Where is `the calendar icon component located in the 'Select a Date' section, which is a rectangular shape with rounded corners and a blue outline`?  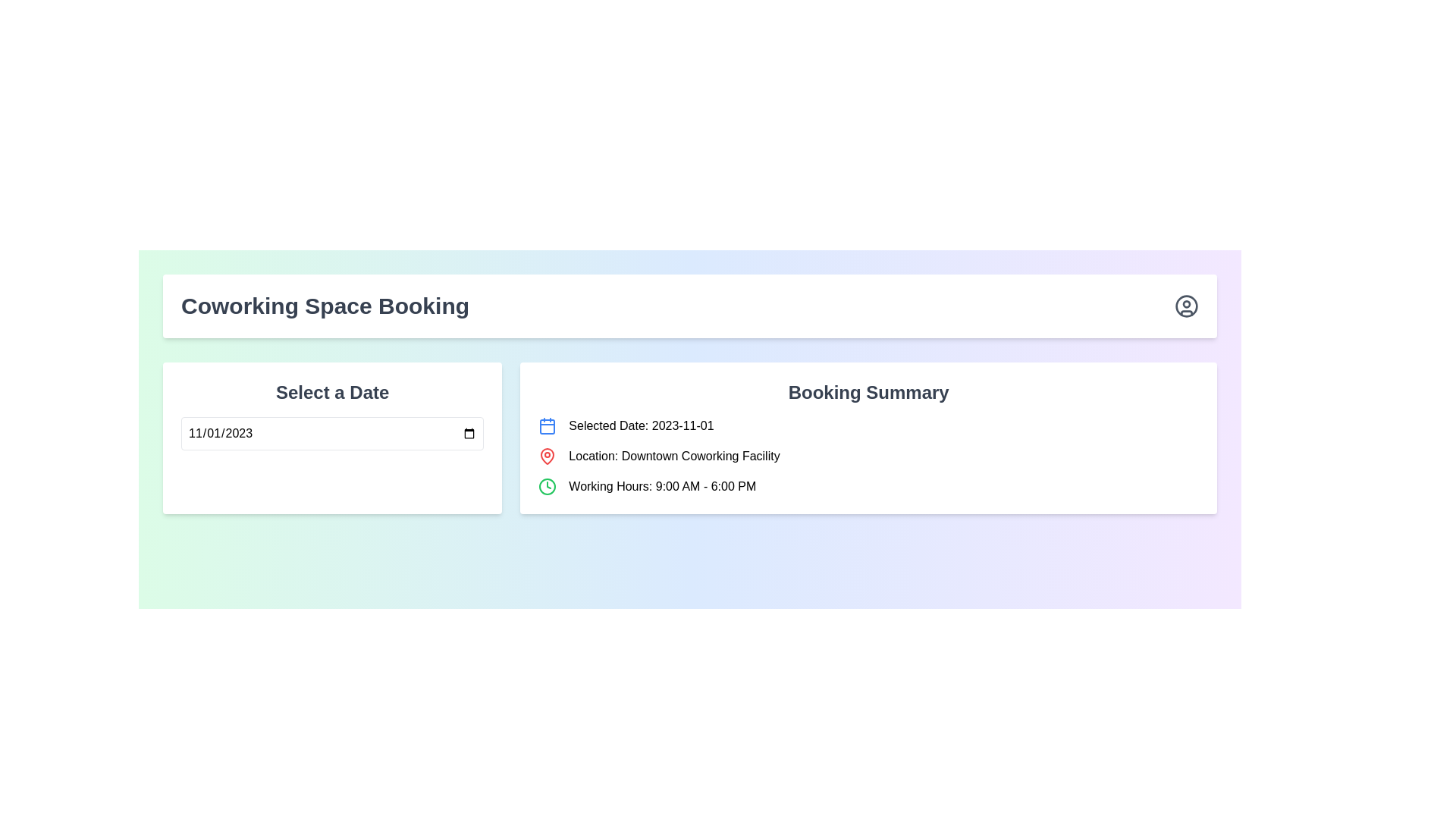 the calendar icon component located in the 'Select a Date' section, which is a rectangular shape with rounded corners and a blue outline is located at coordinates (547, 427).